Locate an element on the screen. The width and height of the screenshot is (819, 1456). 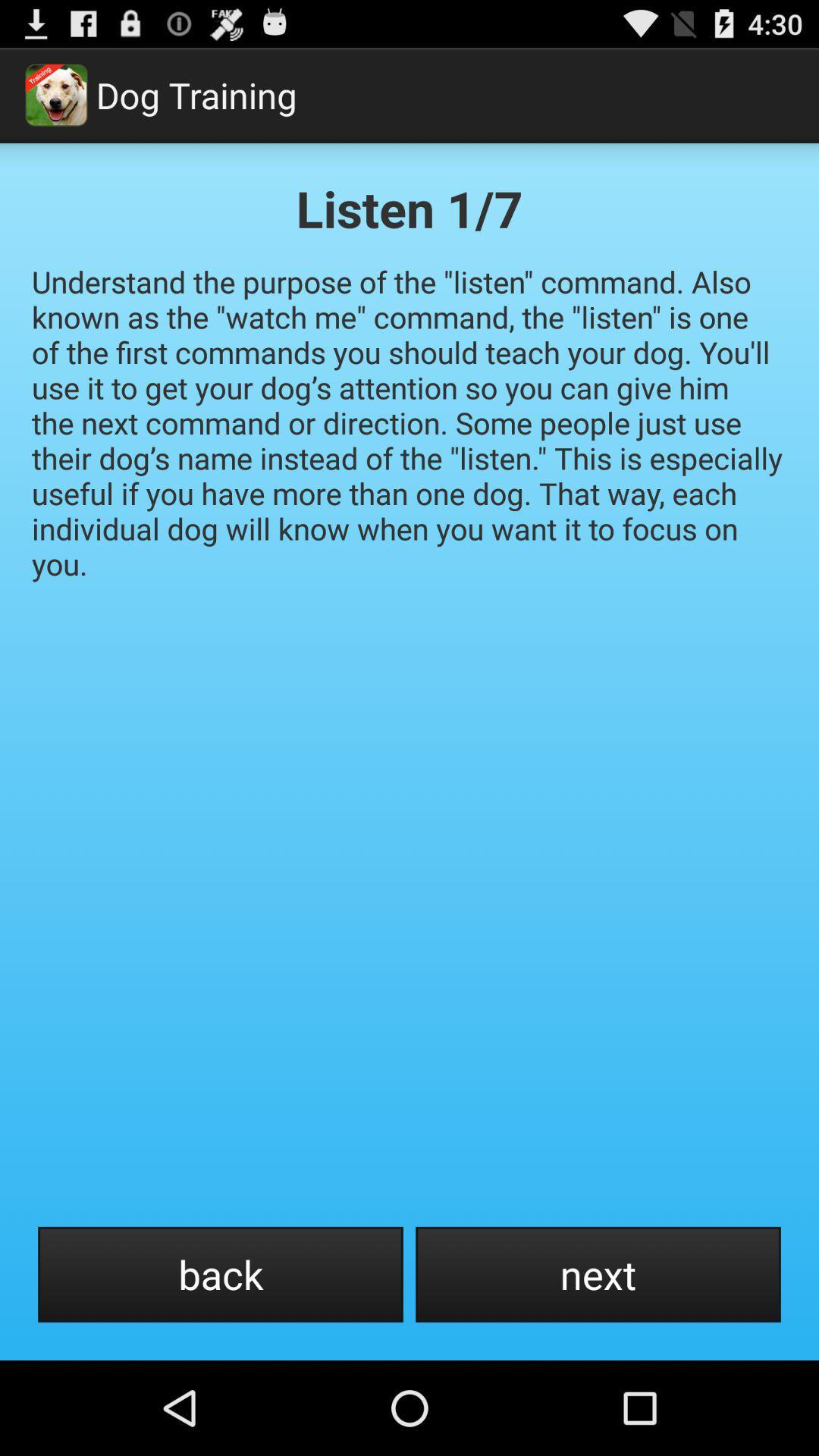
next item is located at coordinates (598, 1274).